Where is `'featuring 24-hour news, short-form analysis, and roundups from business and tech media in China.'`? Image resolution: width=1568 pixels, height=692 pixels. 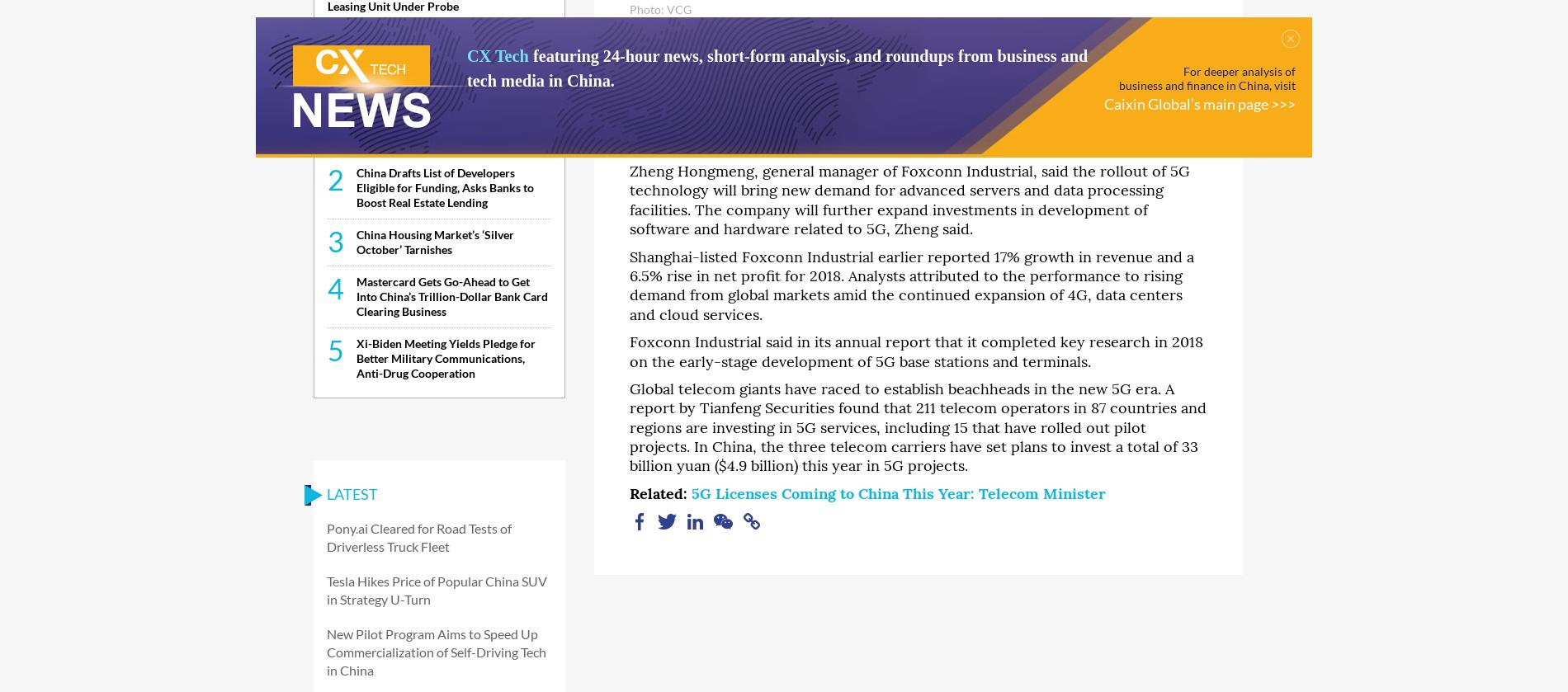 'featuring 24-hour news, short-form analysis, and roundups from business and tech media in China.' is located at coordinates (467, 68).